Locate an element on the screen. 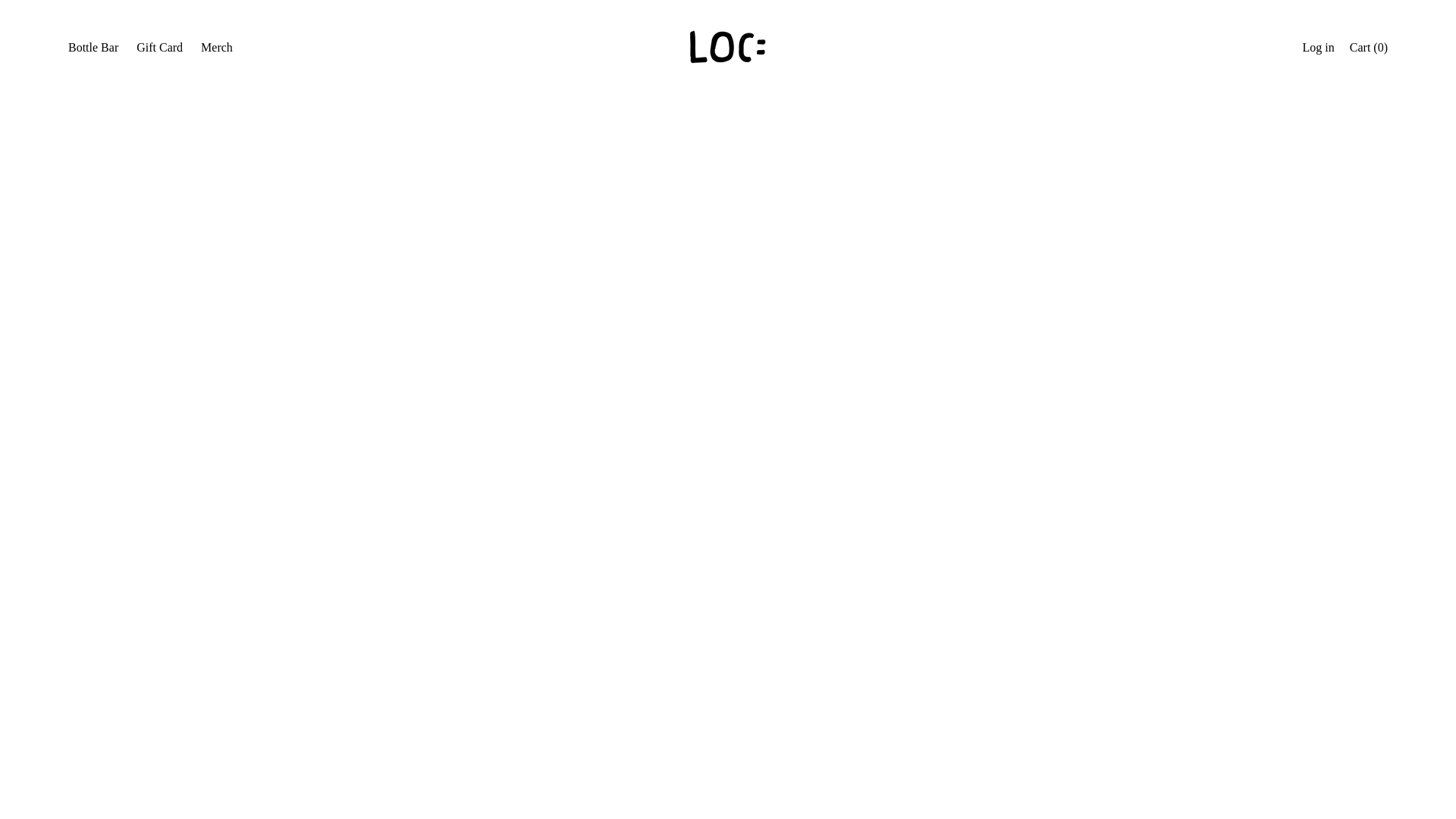  'Merch' is located at coordinates (216, 49).